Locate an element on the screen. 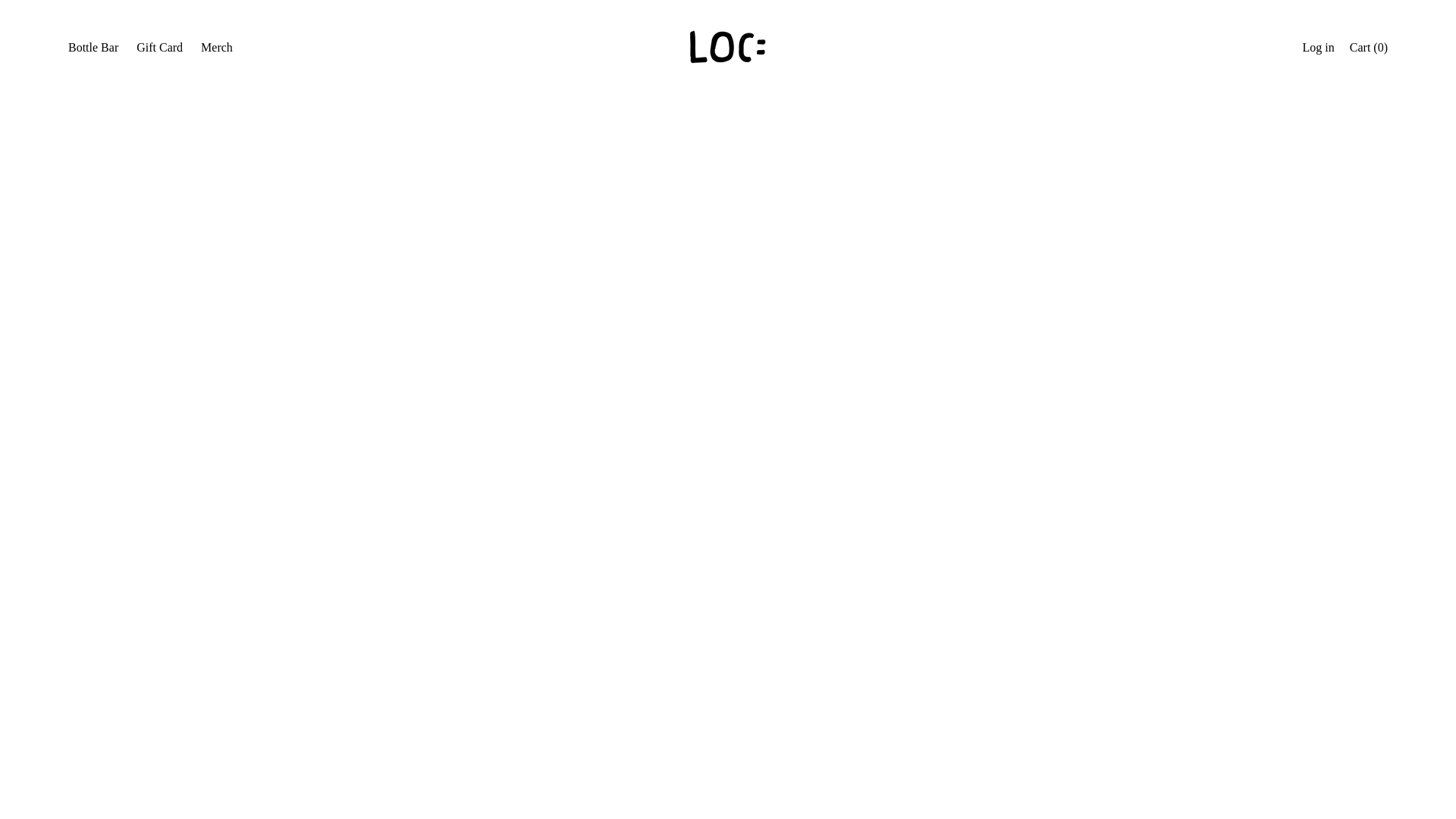  'Merch' is located at coordinates (216, 49).